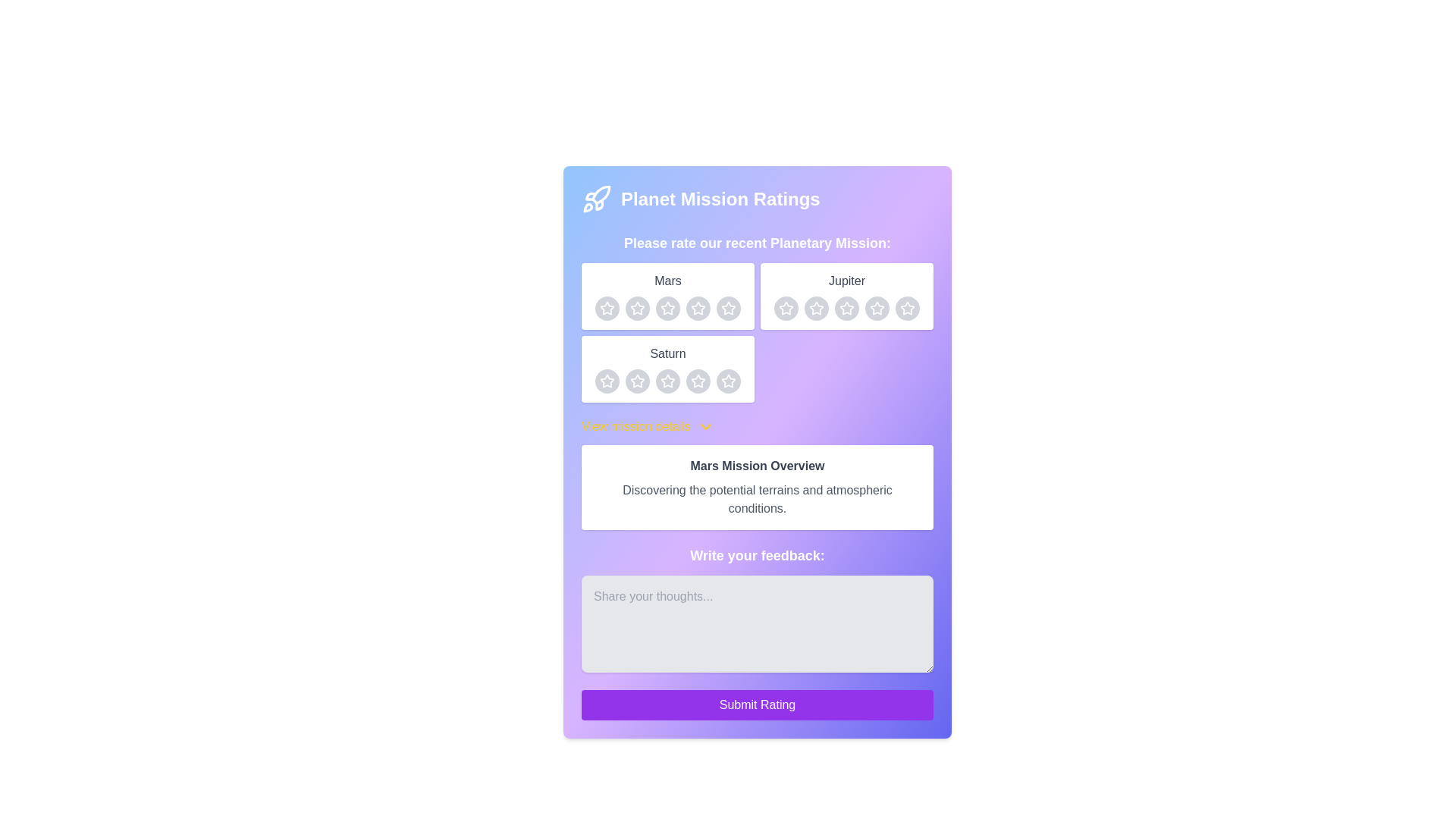 The width and height of the screenshot is (1456, 819). I want to click on label 'Write your feedback:' which is a large, bold, white-colored text header located above the text input field in the lower section of the interface, so click(757, 555).